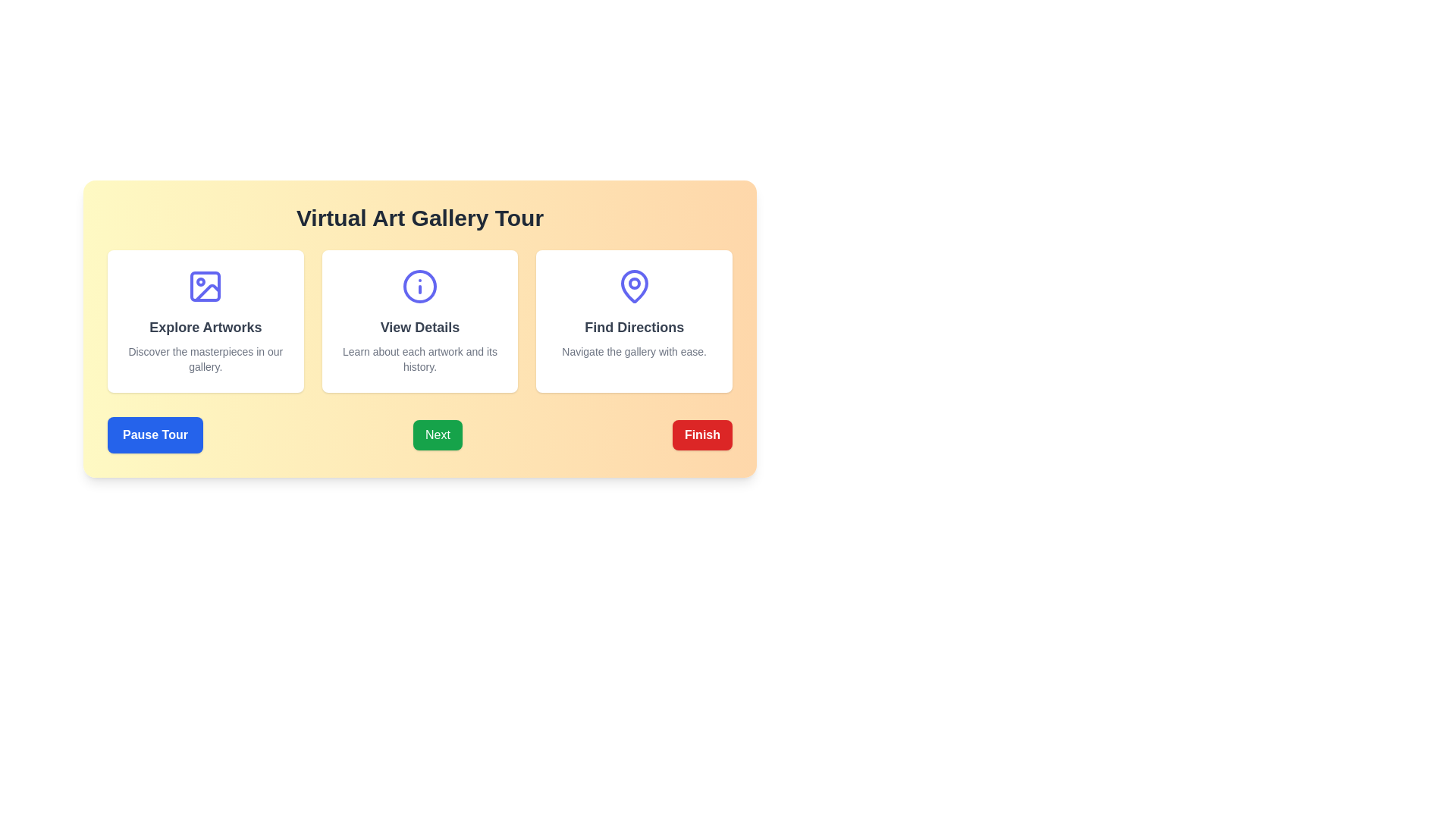  What do you see at coordinates (205, 327) in the screenshot?
I see `title text element located at the center of the leftmost card, which serves as a heading for the card's content` at bounding box center [205, 327].